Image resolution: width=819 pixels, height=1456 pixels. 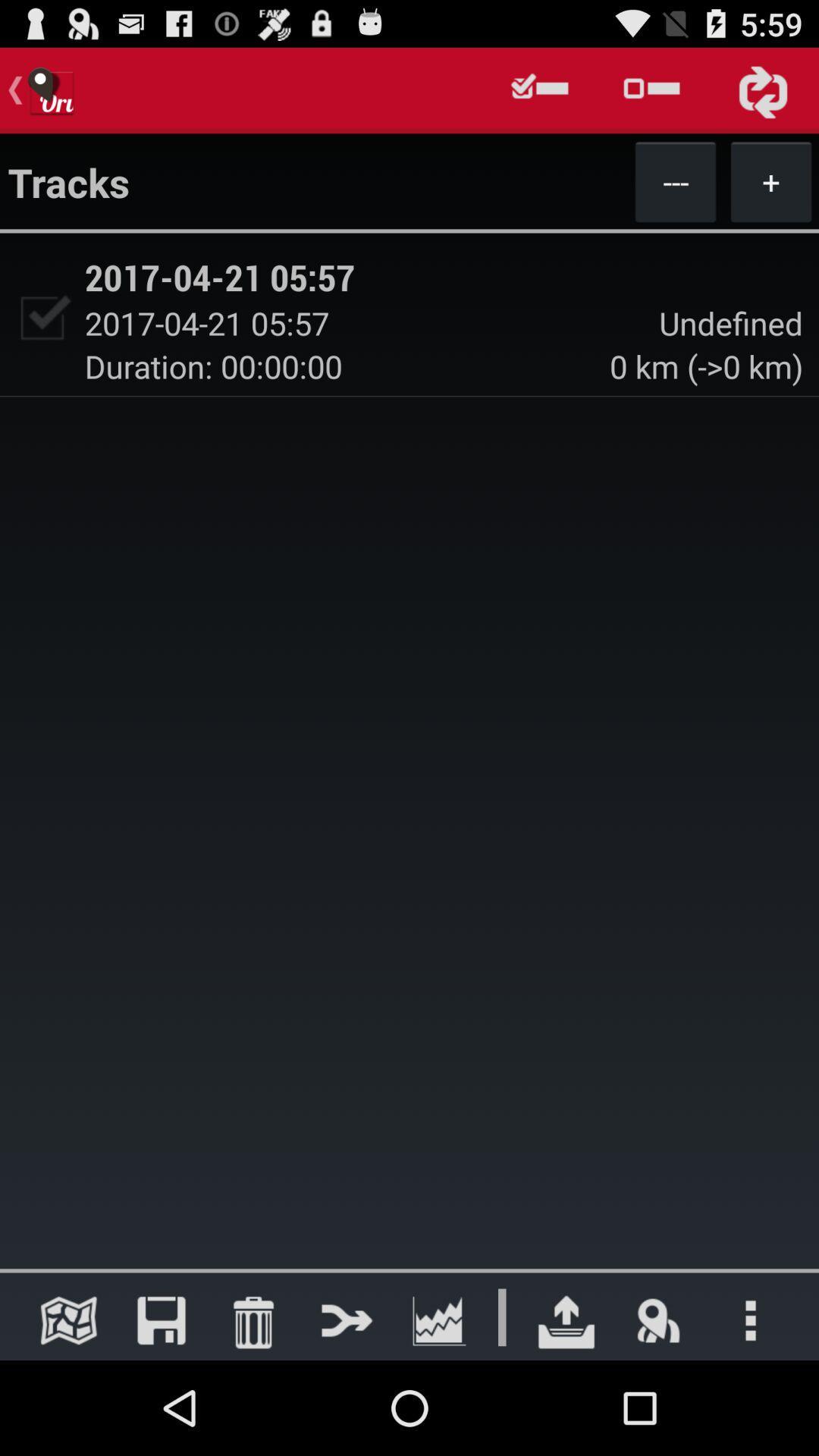 What do you see at coordinates (657, 1319) in the screenshot?
I see `pinpoint location` at bounding box center [657, 1319].